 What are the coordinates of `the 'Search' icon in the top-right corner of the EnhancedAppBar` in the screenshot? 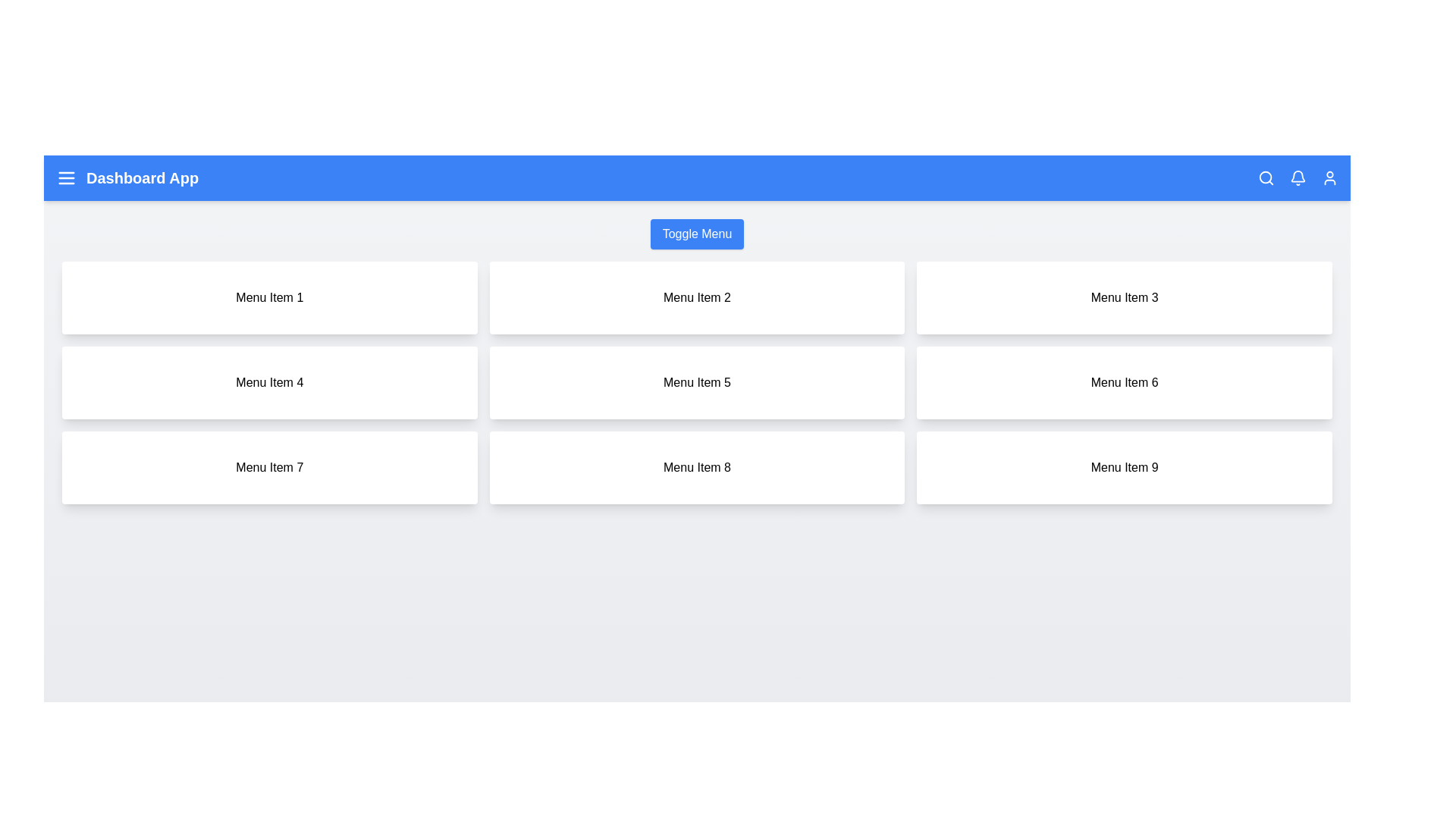 It's located at (1266, 177).